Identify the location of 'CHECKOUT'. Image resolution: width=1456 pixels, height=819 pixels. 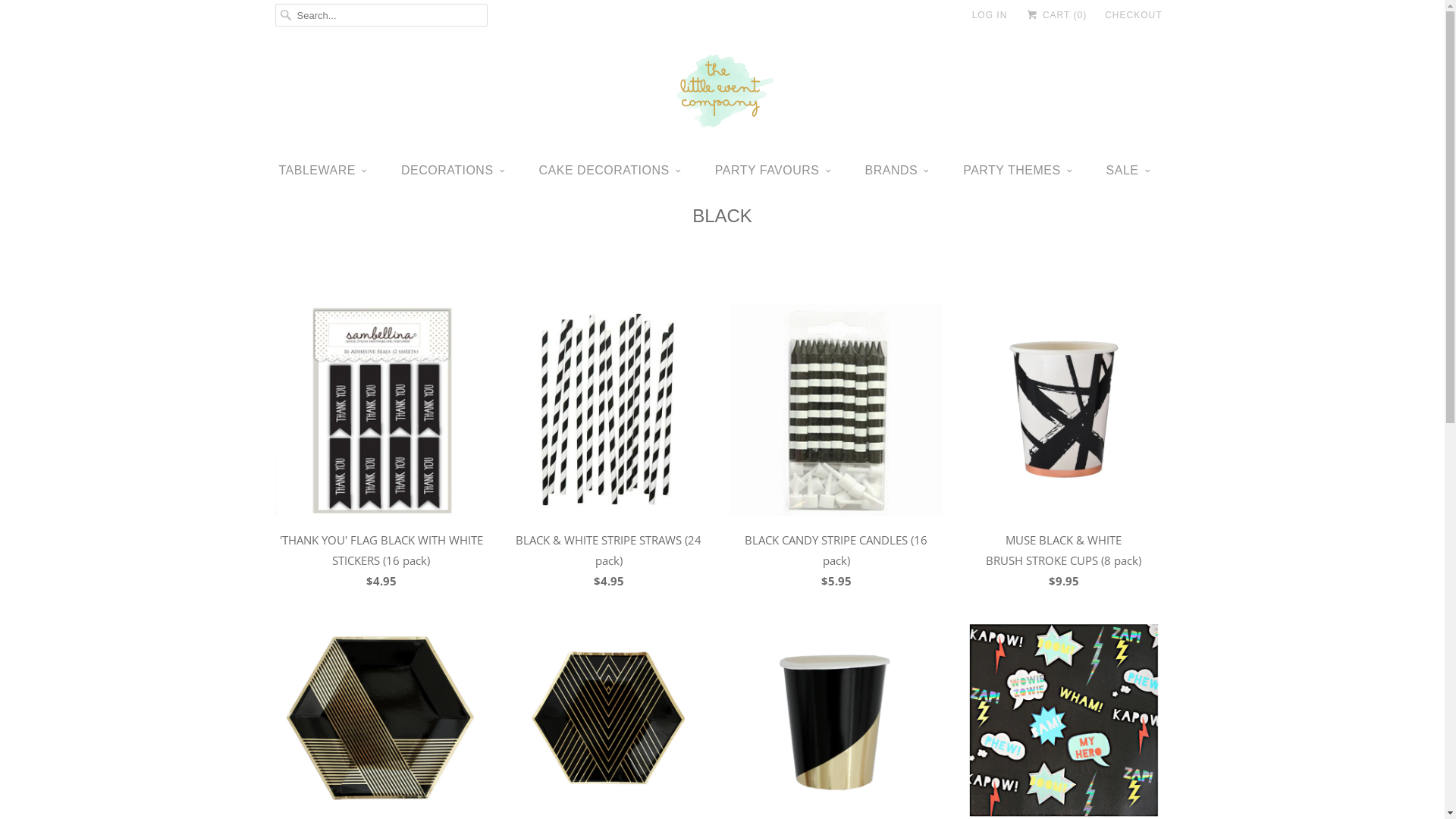
(1133, 14).